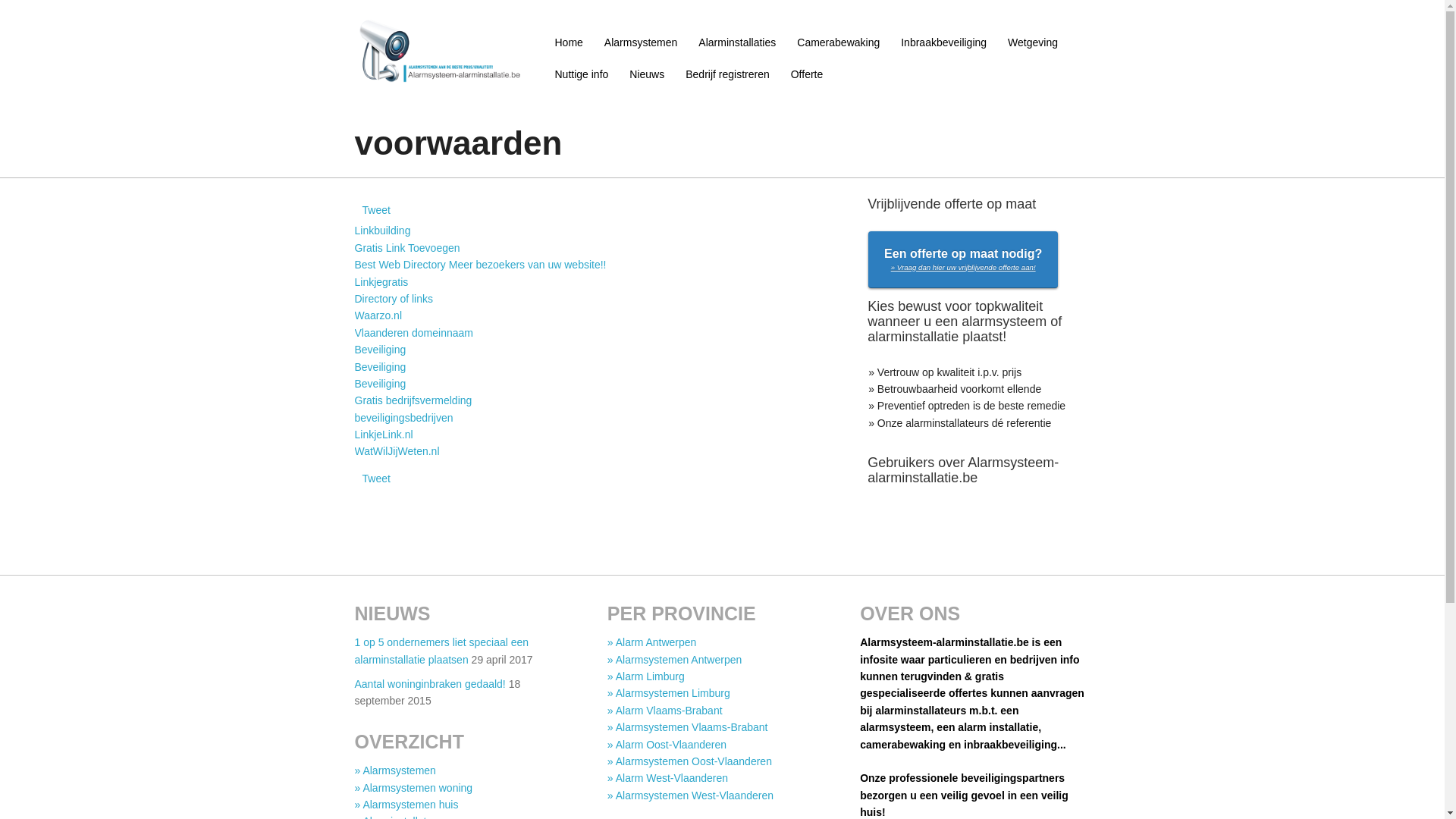 This screenshot has height=819, width=1456. Describe the element at coordinates (403, 418) in the screenshot. I see `'beveiligingsbedrijven'` at that location.